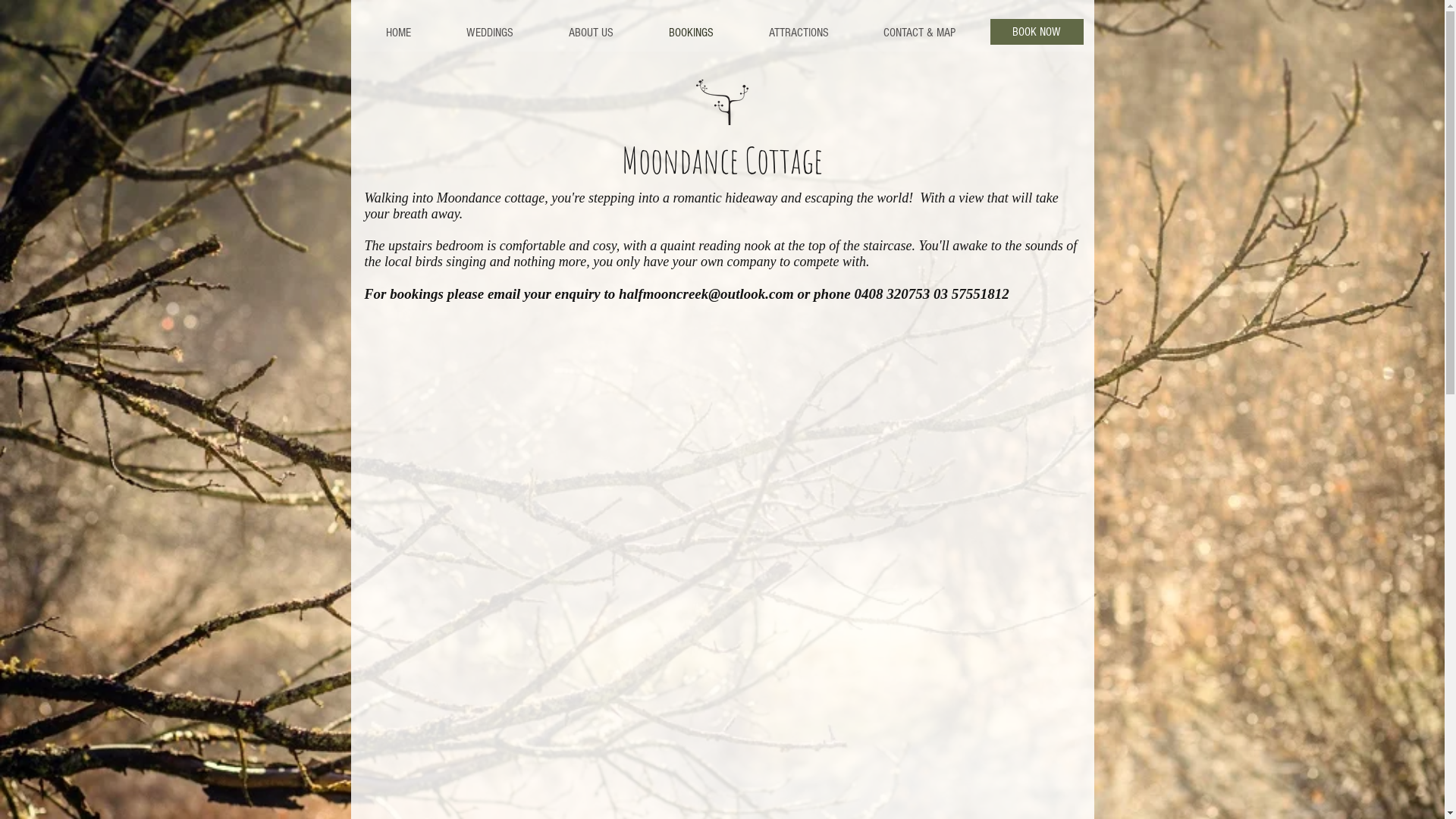  Describe the element at coordinates (539, 33) in the screenshot. I see `'ABOUT US'` at that location.